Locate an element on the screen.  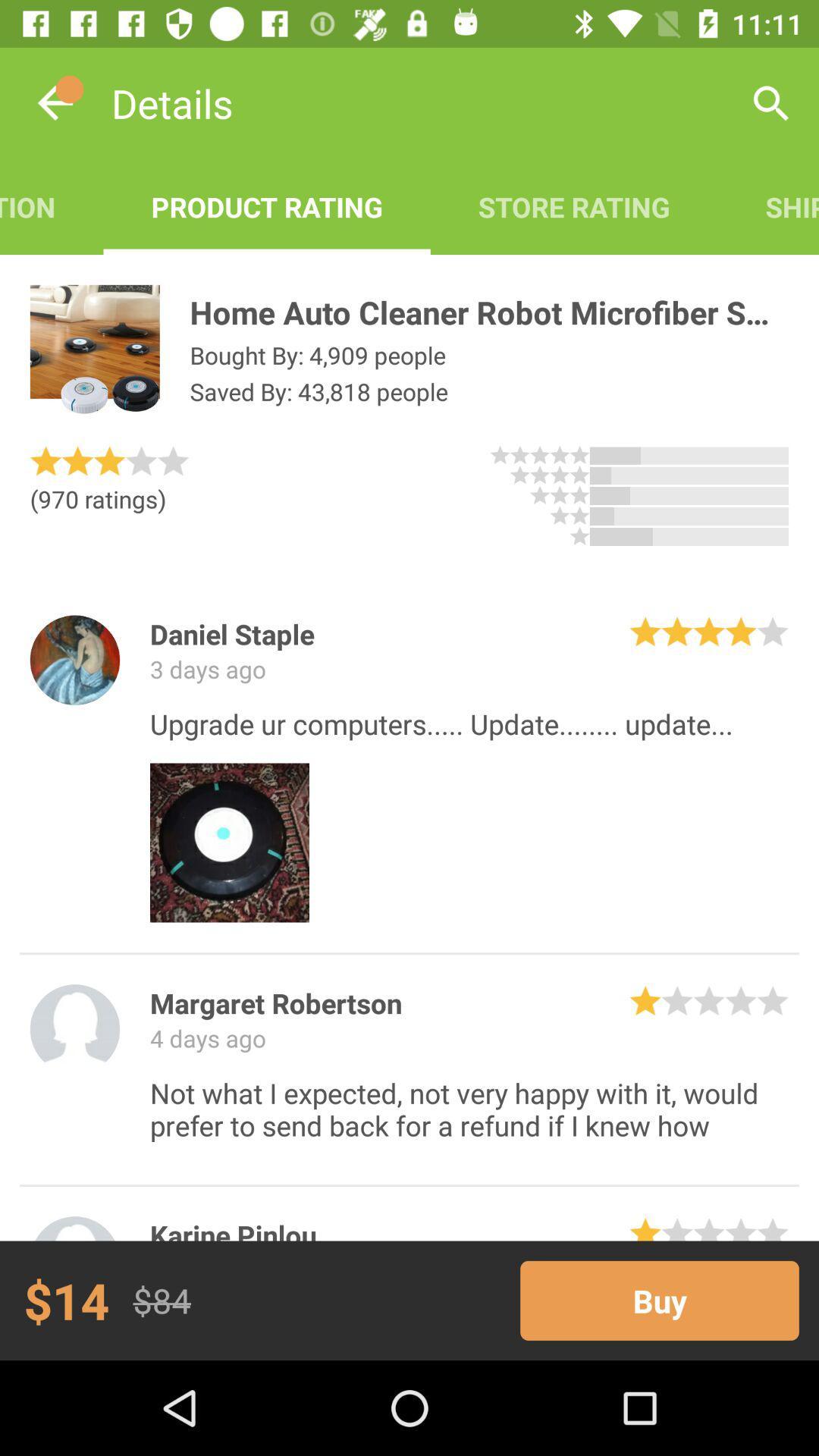
icon to the right of $84 item is located at coordinates (659, 1300).